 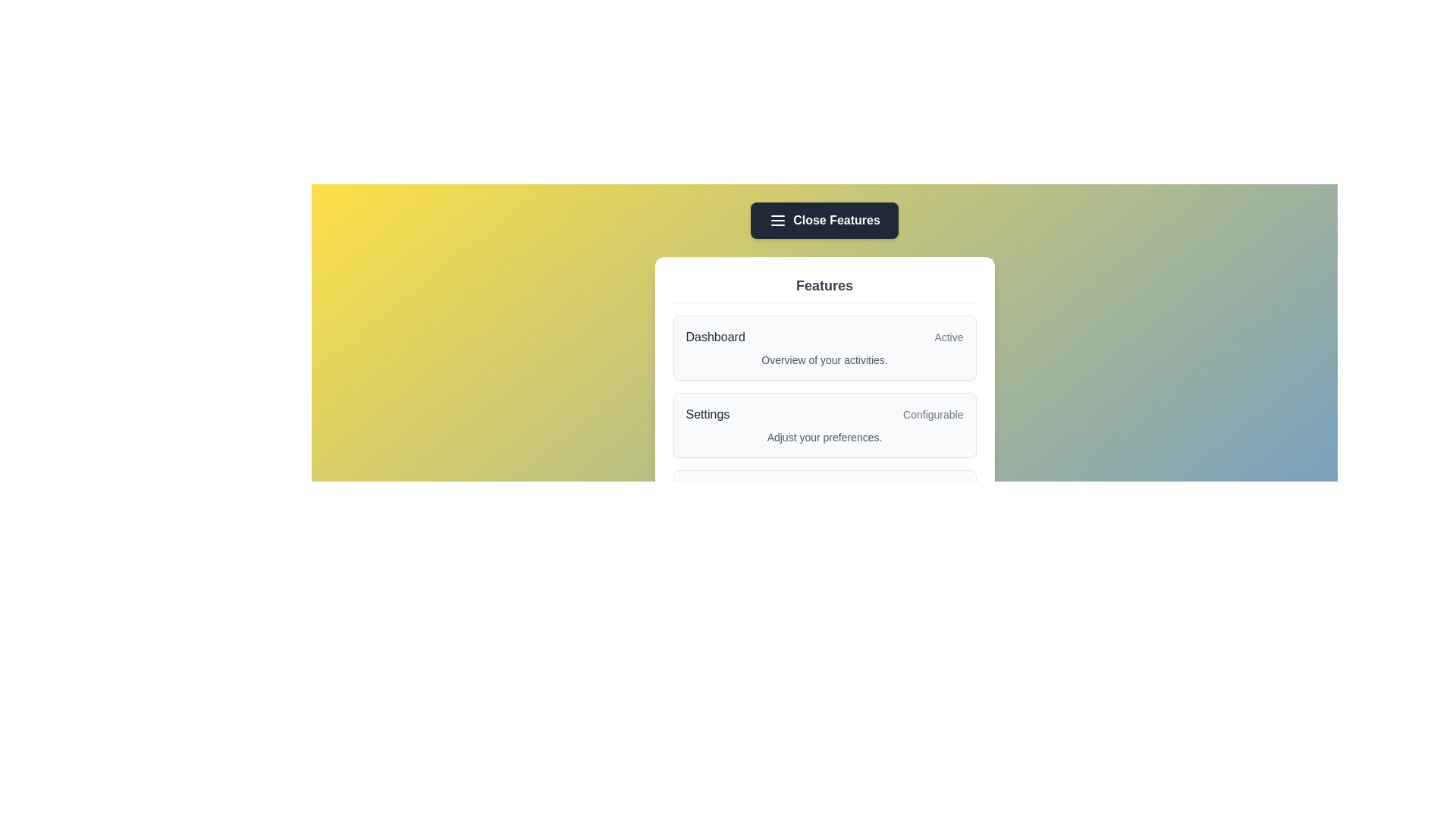 What do you see at coordinates (932, 415) in the screenshot?
I see `the status indicator text label located in the 'Settings' section, positioned to the right of the bold label 'Settings'` at bounding box center [932, 415].